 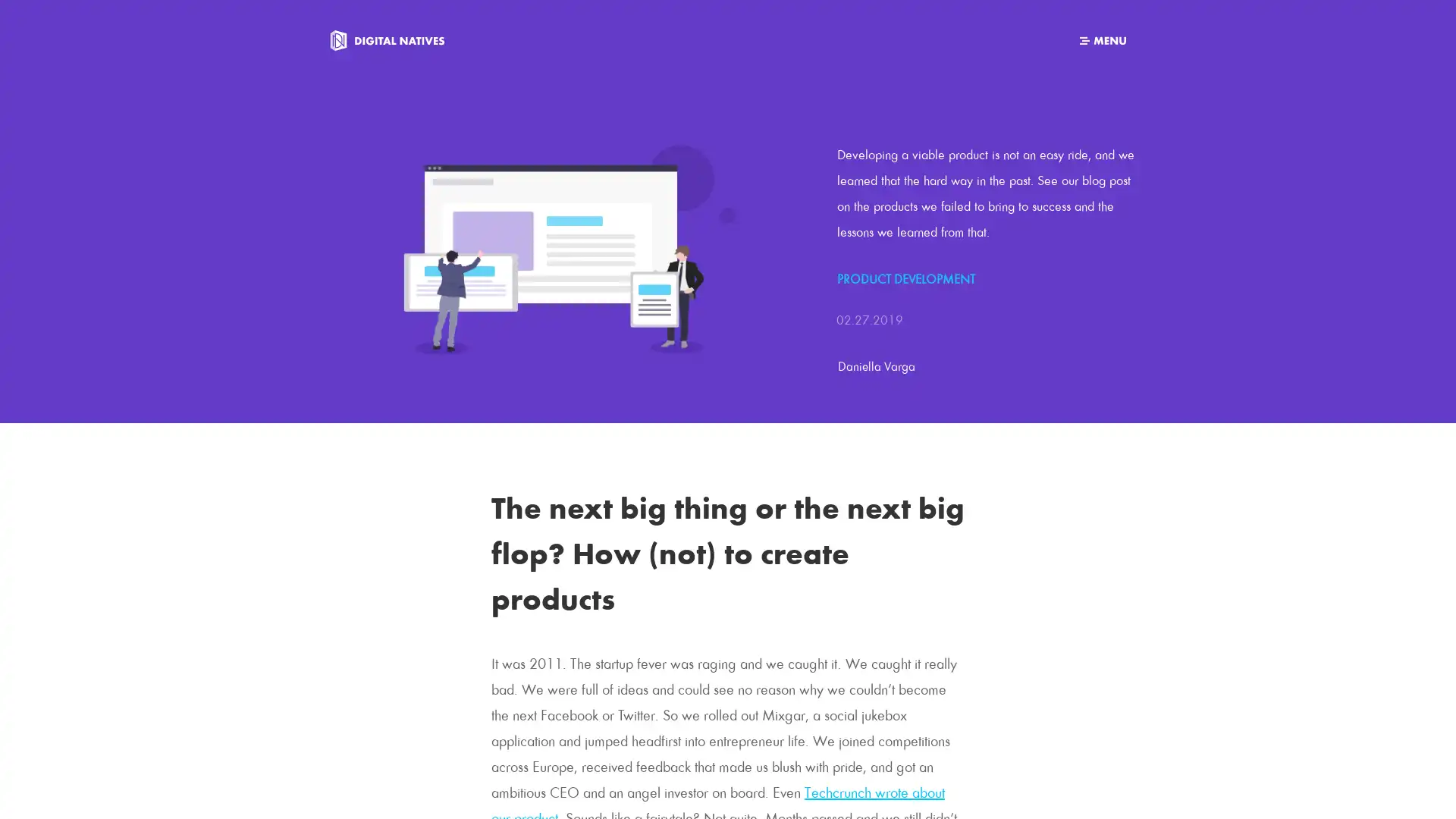 What do you see at coordinates (930, 795) in the screenshot?
I see `Accept` at bounding box center [930, 795].